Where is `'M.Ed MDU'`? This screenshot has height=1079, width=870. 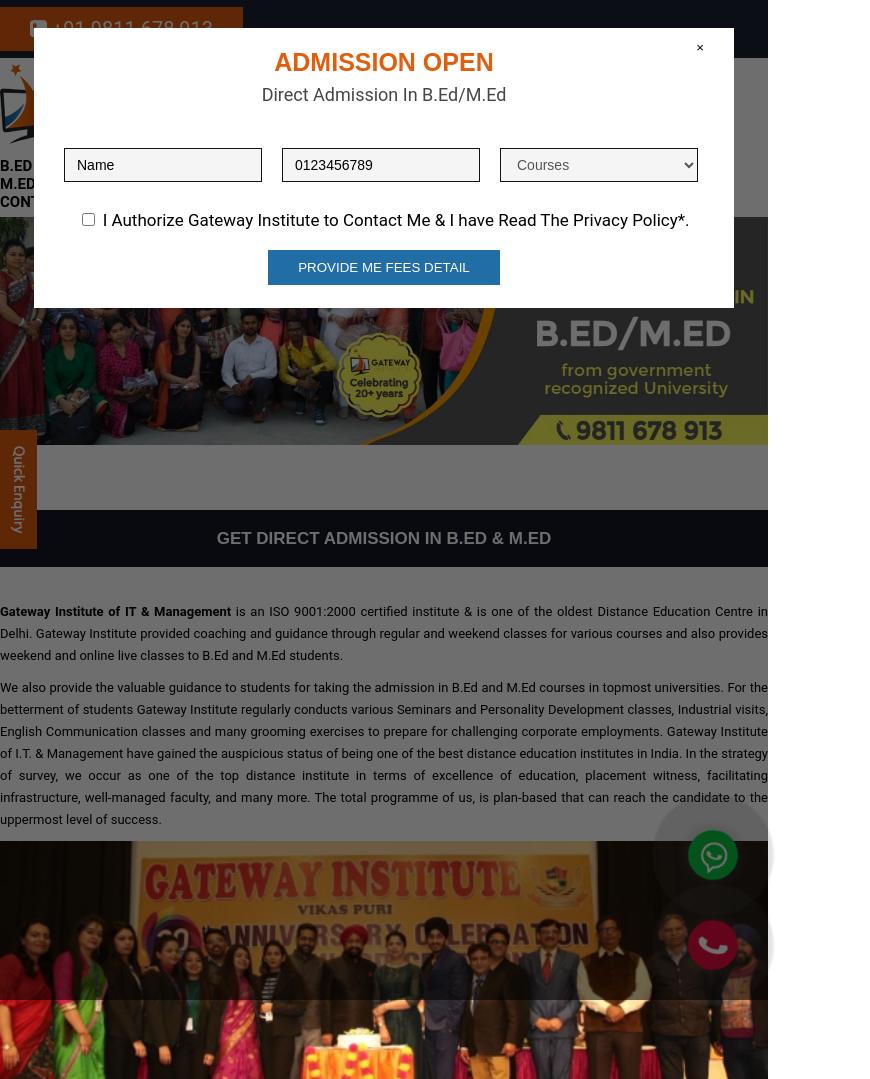
'M.Ed MDU' is located at coordinates (35, 183).